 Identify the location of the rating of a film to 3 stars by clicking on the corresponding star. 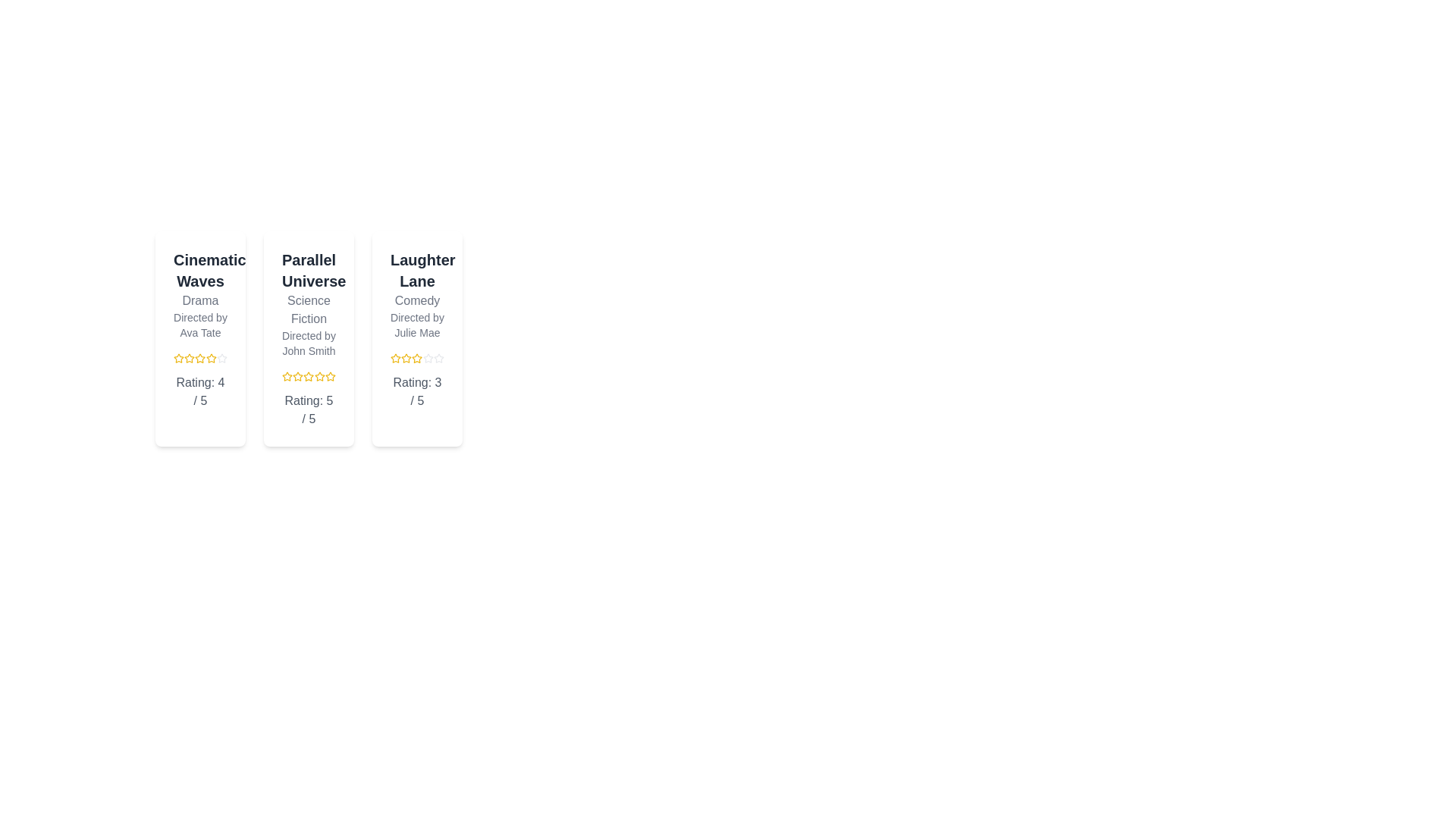
(199, 359).